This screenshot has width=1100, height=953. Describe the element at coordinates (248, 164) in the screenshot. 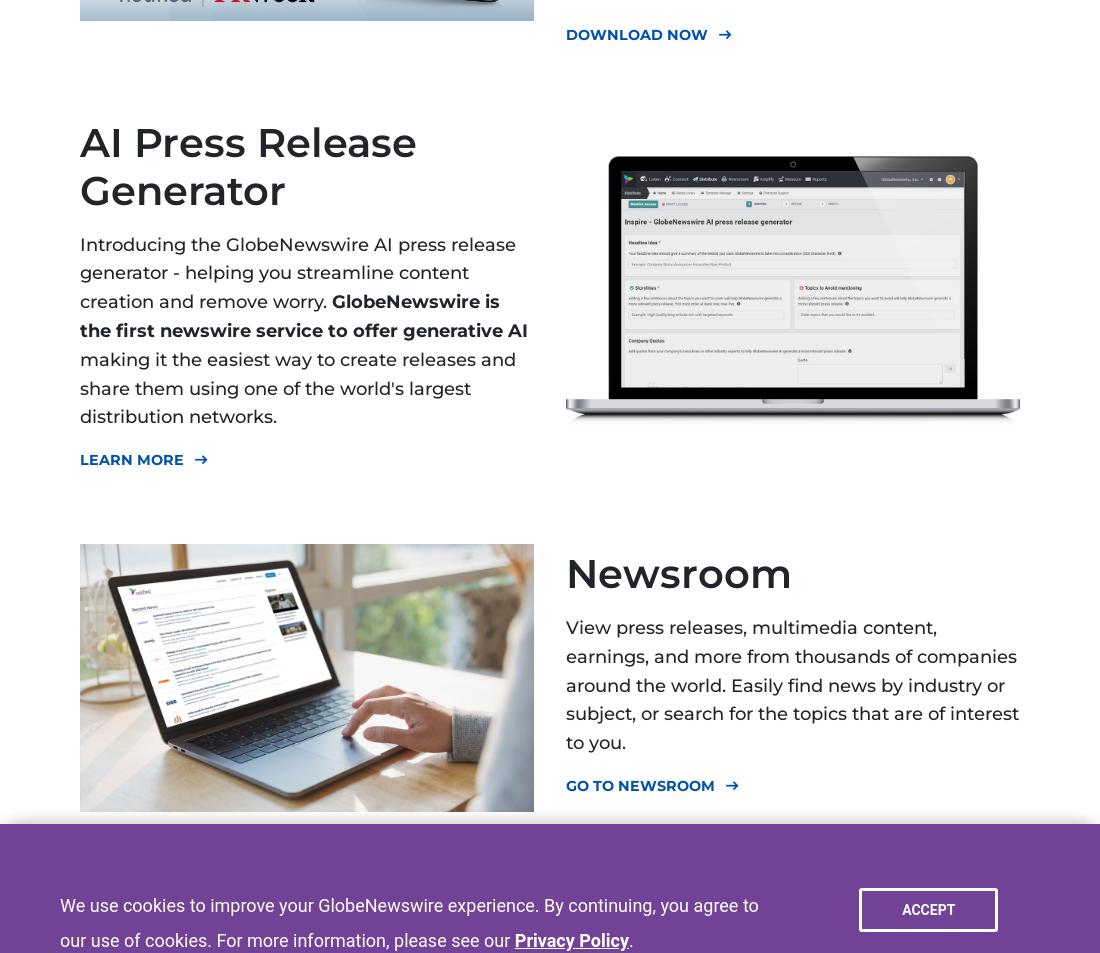

I see `'AI Press Release Generator'` at that location.